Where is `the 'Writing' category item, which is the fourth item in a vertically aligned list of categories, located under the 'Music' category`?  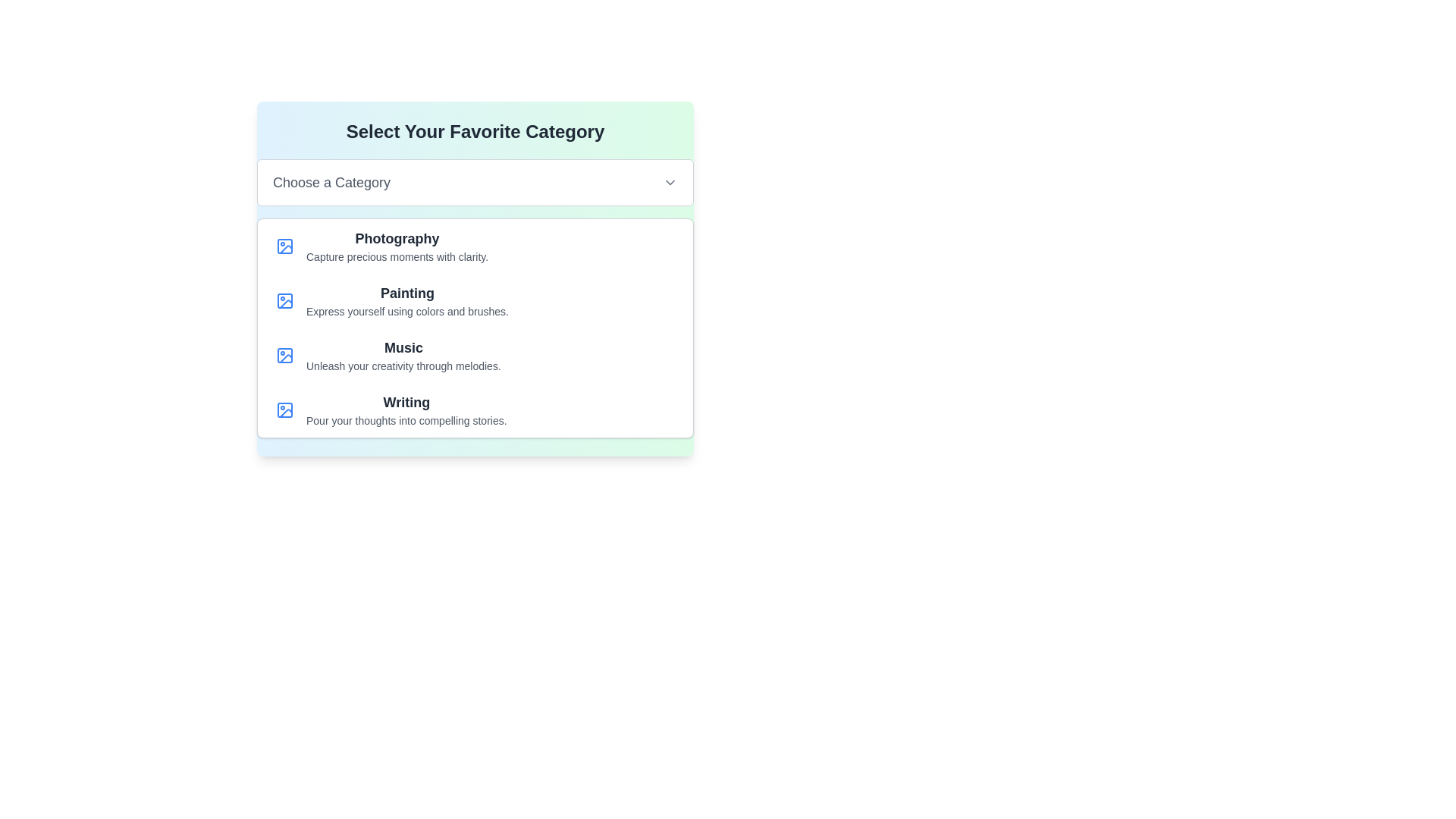 the 'Writing' category item, which is the fourth item in a vertically aligned list of categories, located under the 'Music' category is located at coordinates (406, 409).